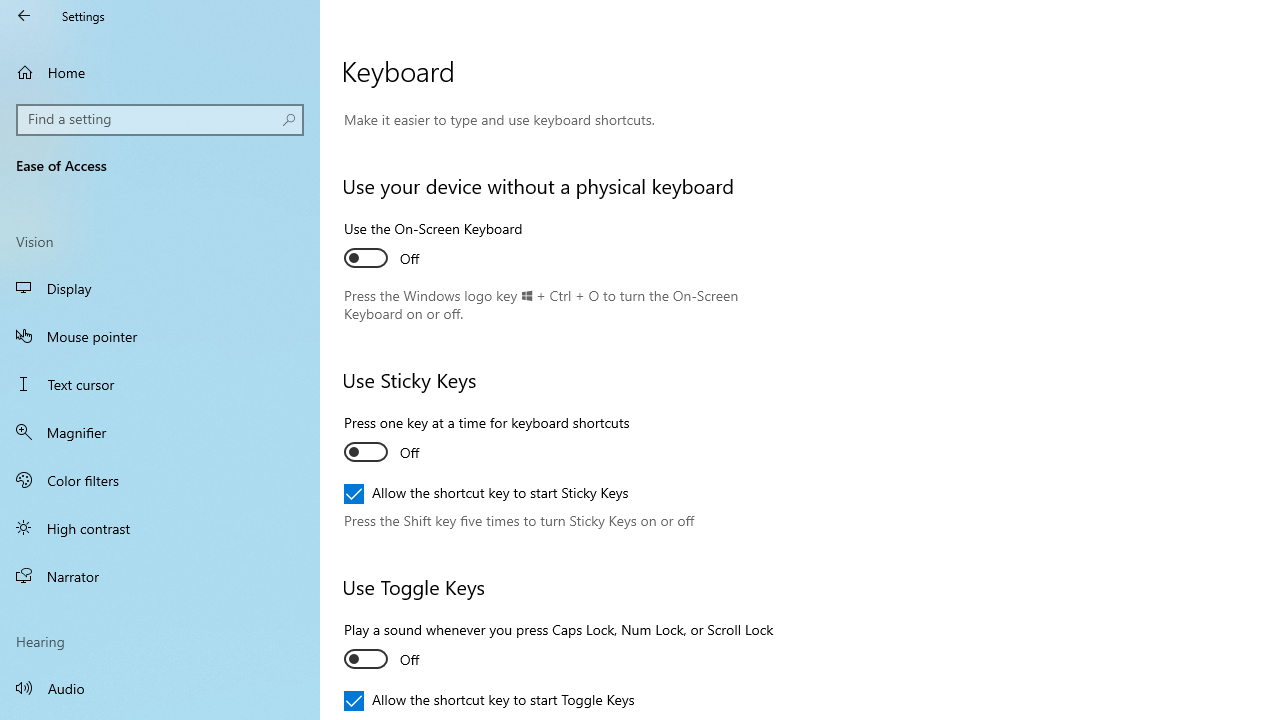  I want to click on 'Mouse pointer', so click(160, 334).